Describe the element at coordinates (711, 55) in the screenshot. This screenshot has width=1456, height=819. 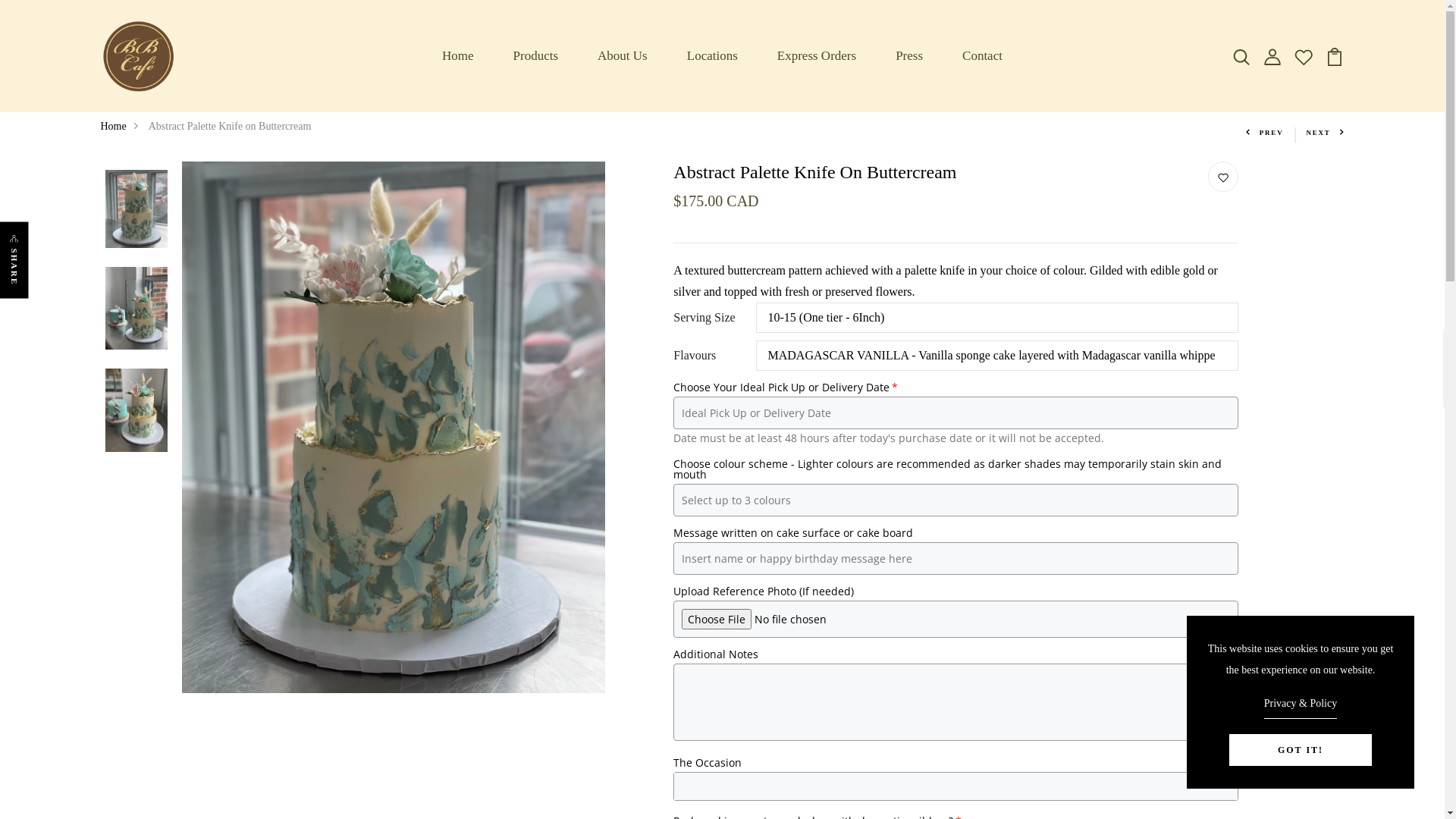
I see `'Locations'` at that location.